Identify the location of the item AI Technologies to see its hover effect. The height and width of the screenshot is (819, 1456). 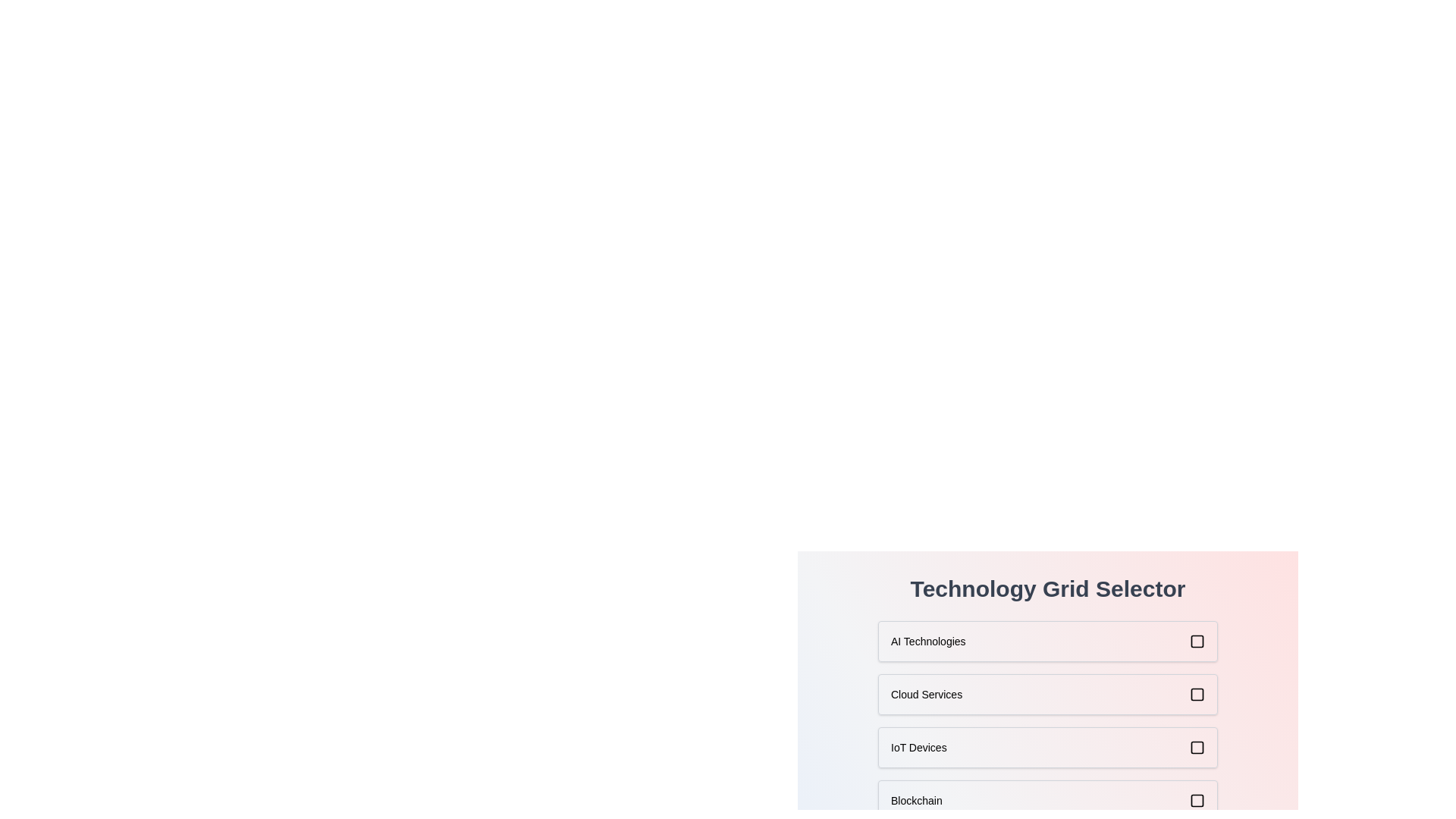
(1047, 641).